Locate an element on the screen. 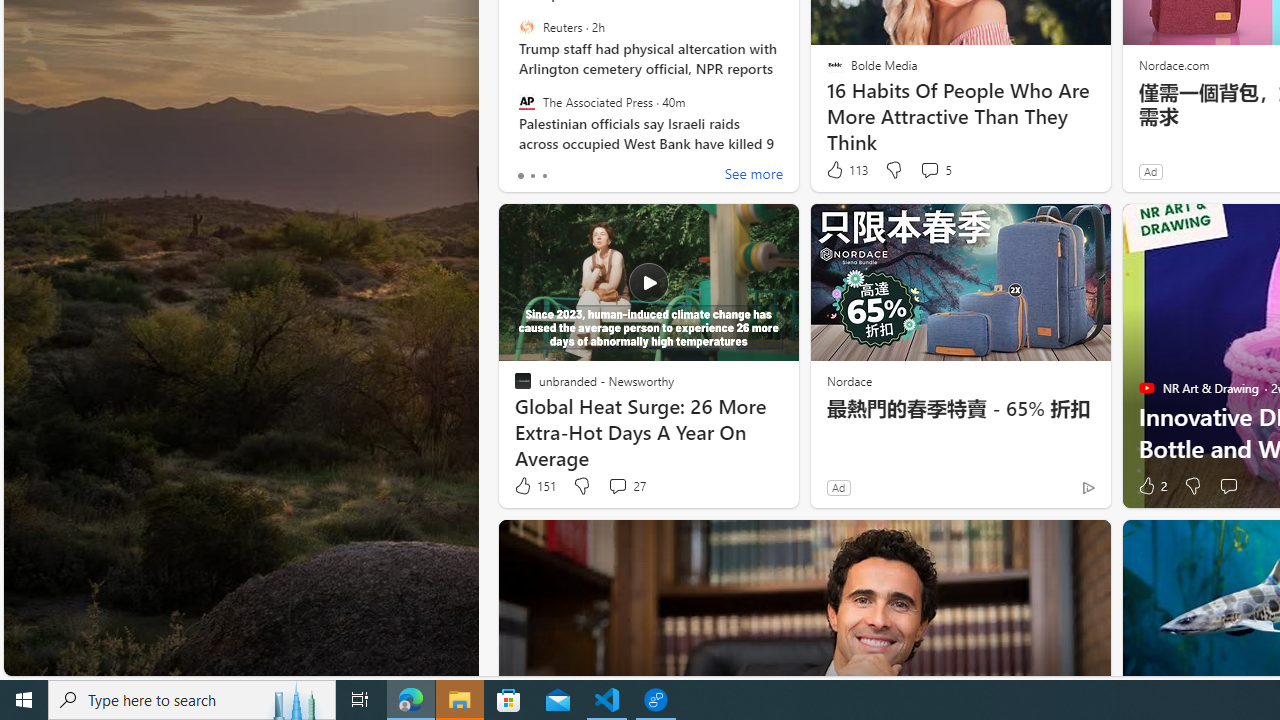 This screenshot has width=1280, height=720. 'The Associated Press' is located at coordinates (526, 101).